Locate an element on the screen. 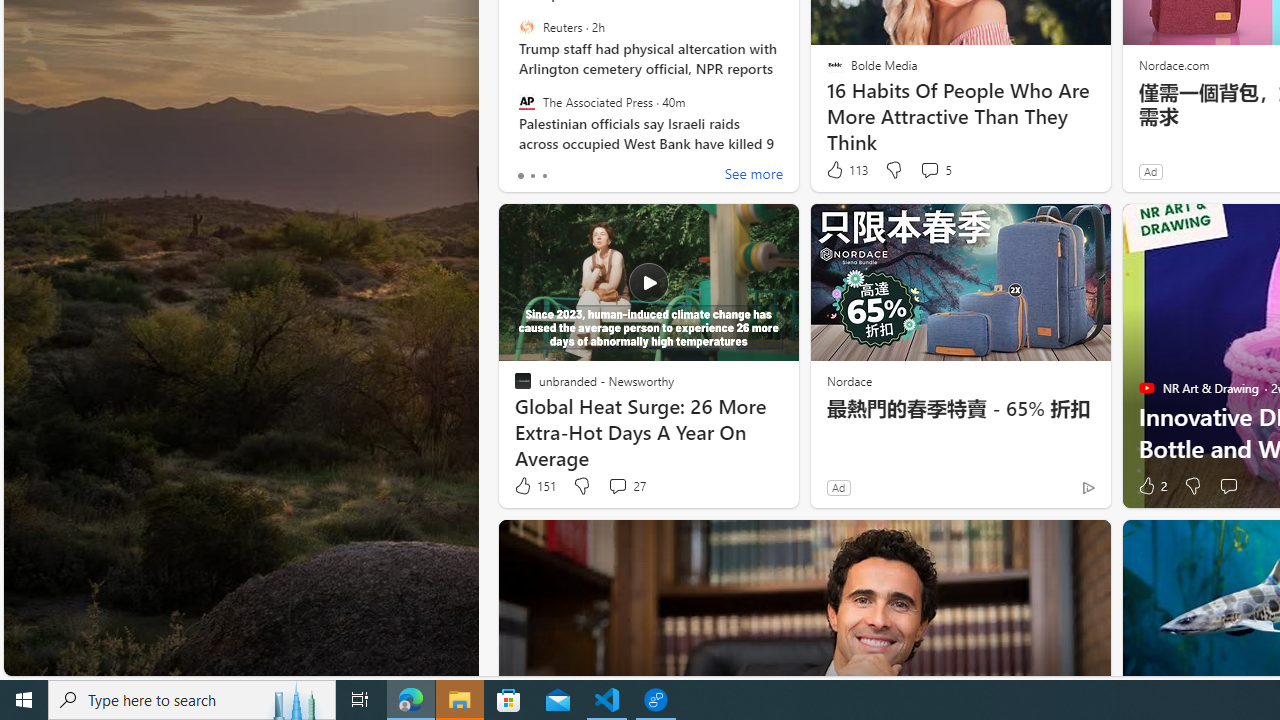 This screenshot has width=1280, height=720. 'The Associated Press' is located at coordinates (526, 101).